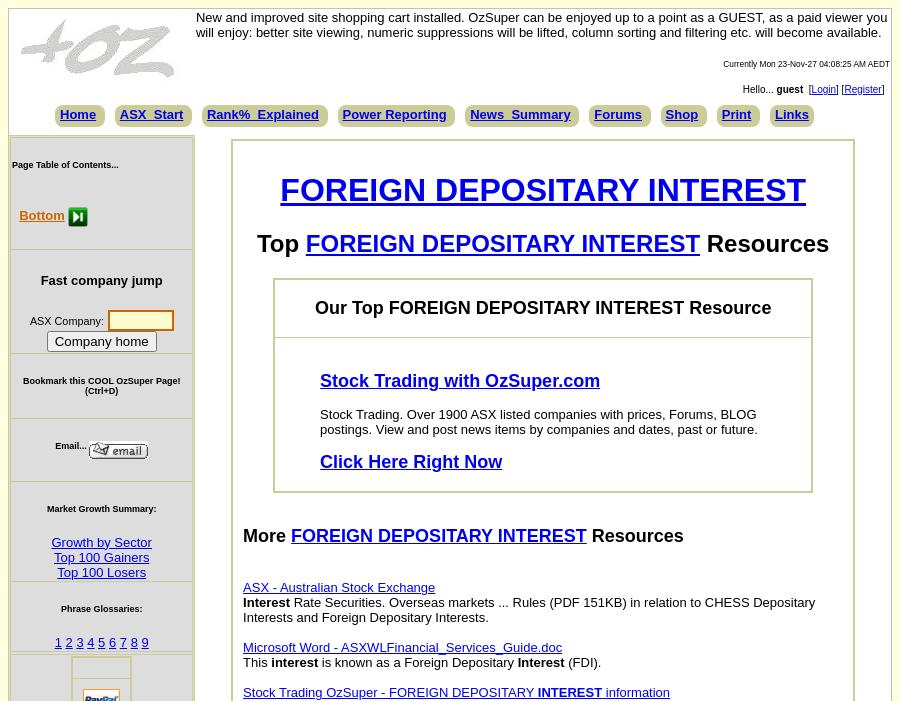 The image size is (900, 701). Describe the element at coordinates (63, 163) in the screenshot. I see `'Page Table of Contents...'` at that location.